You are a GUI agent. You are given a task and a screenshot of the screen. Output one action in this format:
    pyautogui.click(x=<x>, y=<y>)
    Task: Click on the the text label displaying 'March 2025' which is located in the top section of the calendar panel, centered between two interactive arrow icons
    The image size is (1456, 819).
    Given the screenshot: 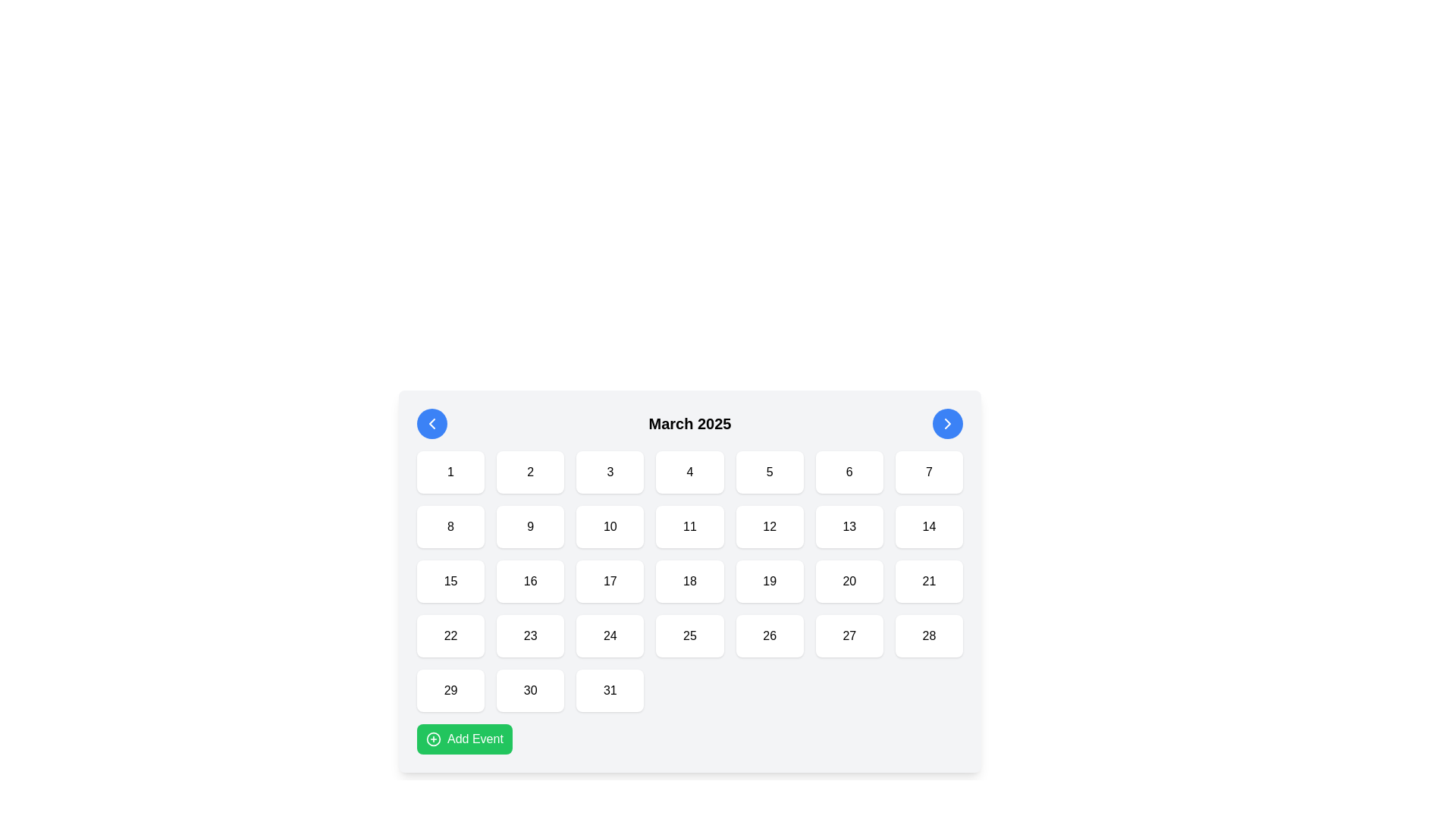 What is the action you would take?
    pyautogui.click(x=689, y=424)
    